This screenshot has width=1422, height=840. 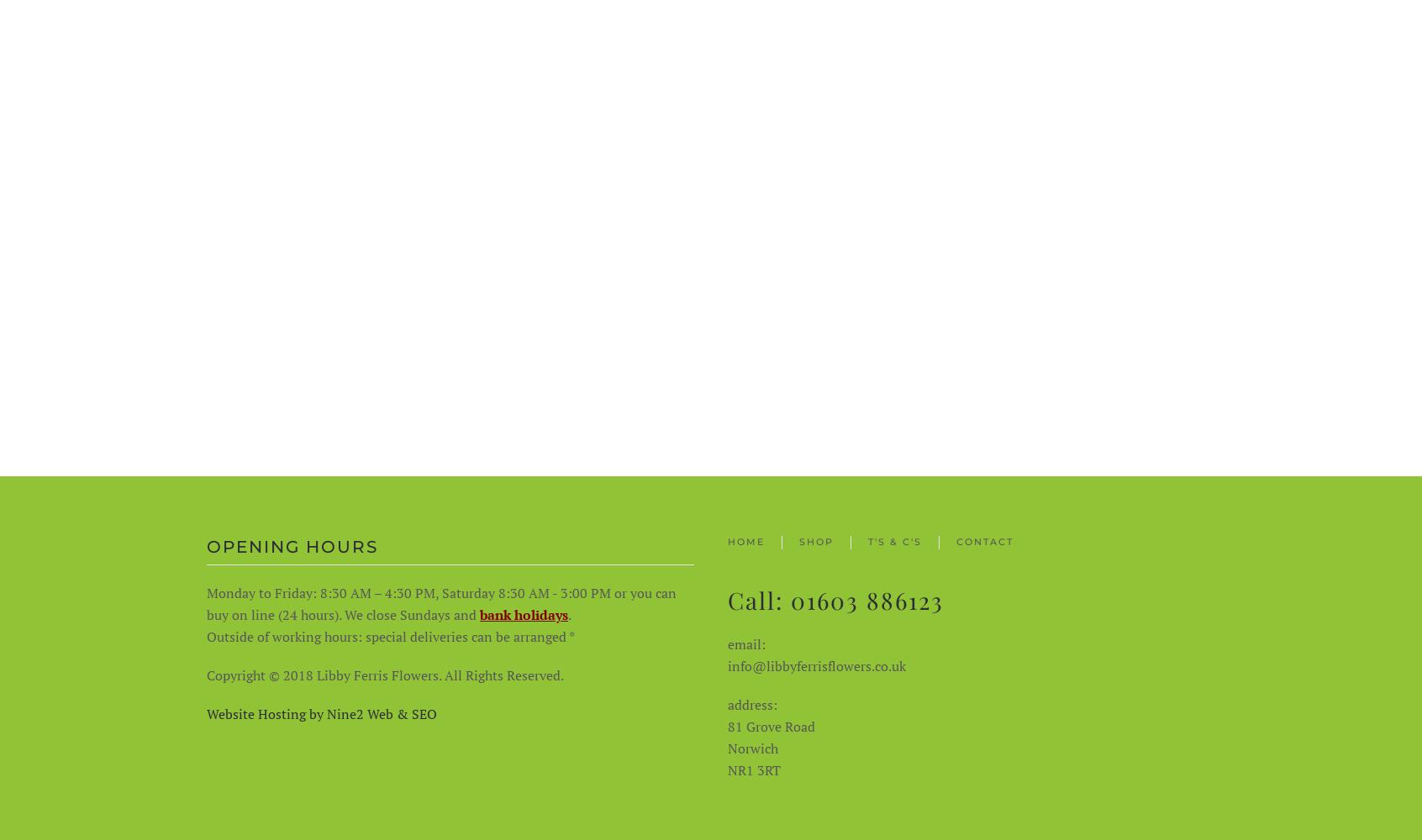 What do you see at coordinates (726, 598) in the screenshot?
I see `'Call: 01603 886123'` at bounding box center [726, 598].